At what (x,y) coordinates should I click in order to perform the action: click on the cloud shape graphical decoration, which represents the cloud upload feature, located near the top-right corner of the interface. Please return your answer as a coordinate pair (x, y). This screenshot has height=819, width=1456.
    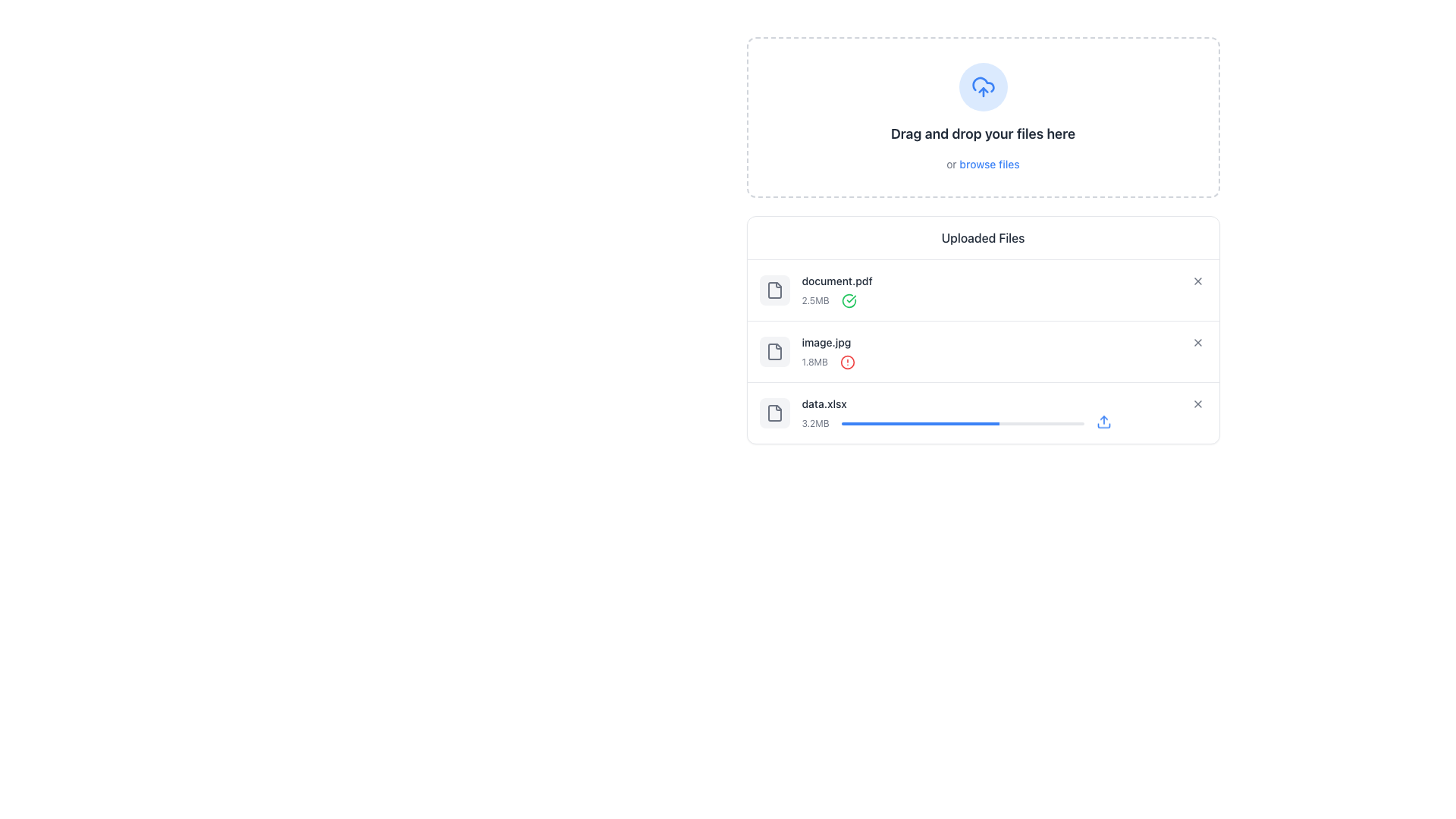
    Looking at the image, I should click on (983, 84).